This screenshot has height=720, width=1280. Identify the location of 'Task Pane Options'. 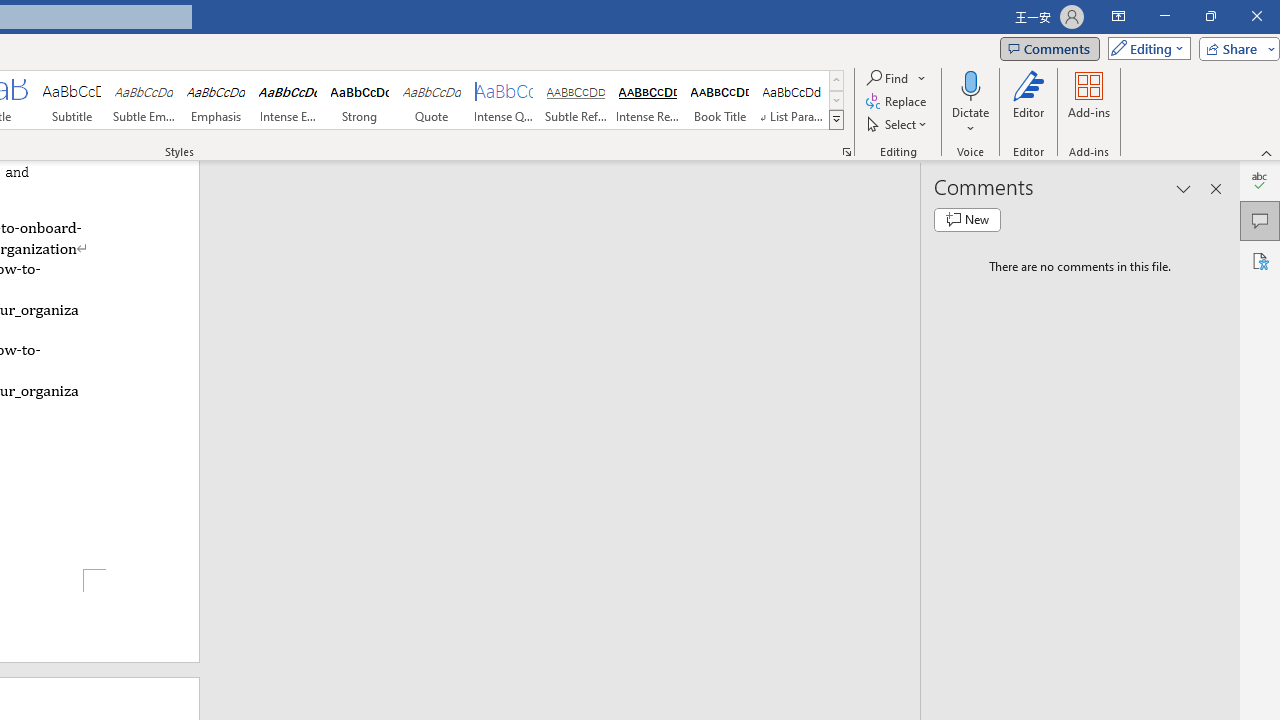
(1184, 189).